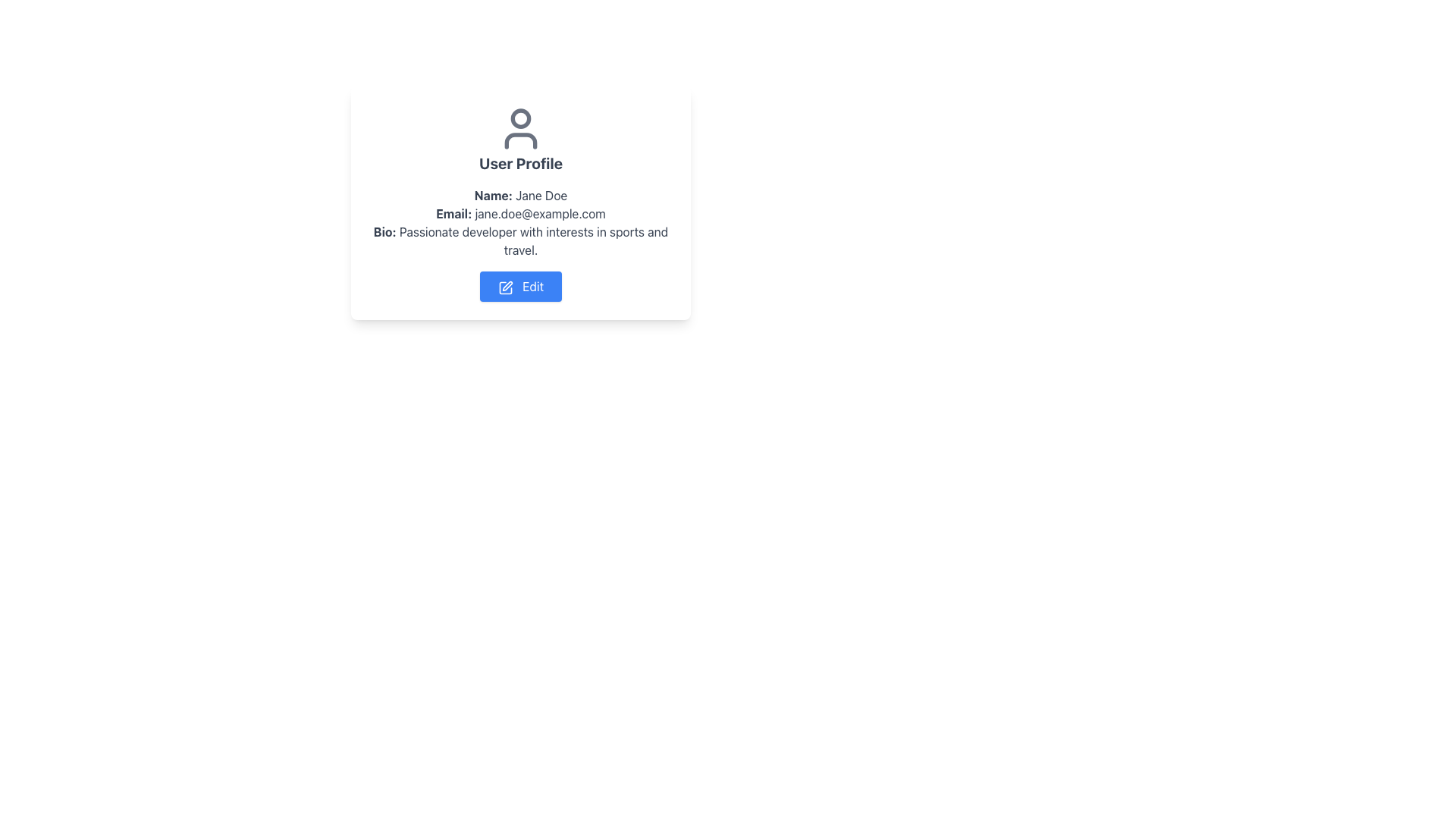  What do you see at coordinates (520, 127) in the screenshot?
I see `the user profile icon, which is depicted as an outline of a person in gray, located at the top-center of the card layout with the title 'User Profile' below it` at bounding box center [520, 127].